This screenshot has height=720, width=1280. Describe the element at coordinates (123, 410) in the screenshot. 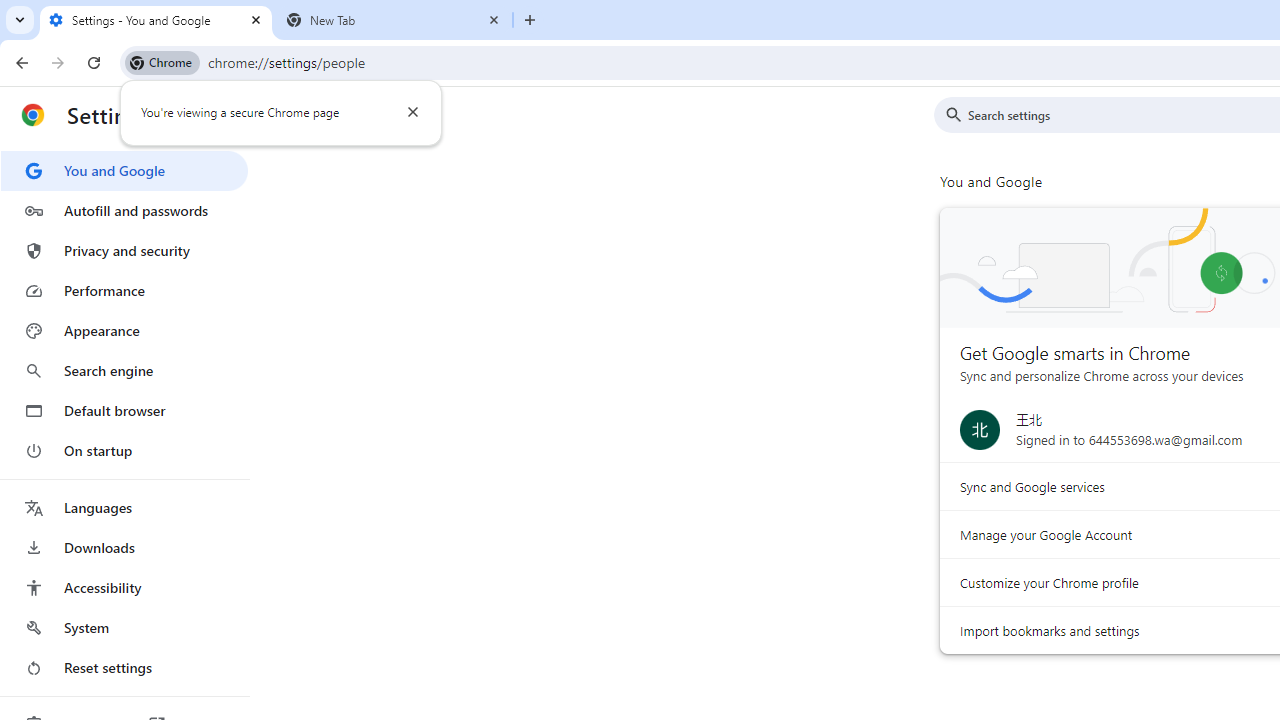

I see `'Default browser'` at that location.